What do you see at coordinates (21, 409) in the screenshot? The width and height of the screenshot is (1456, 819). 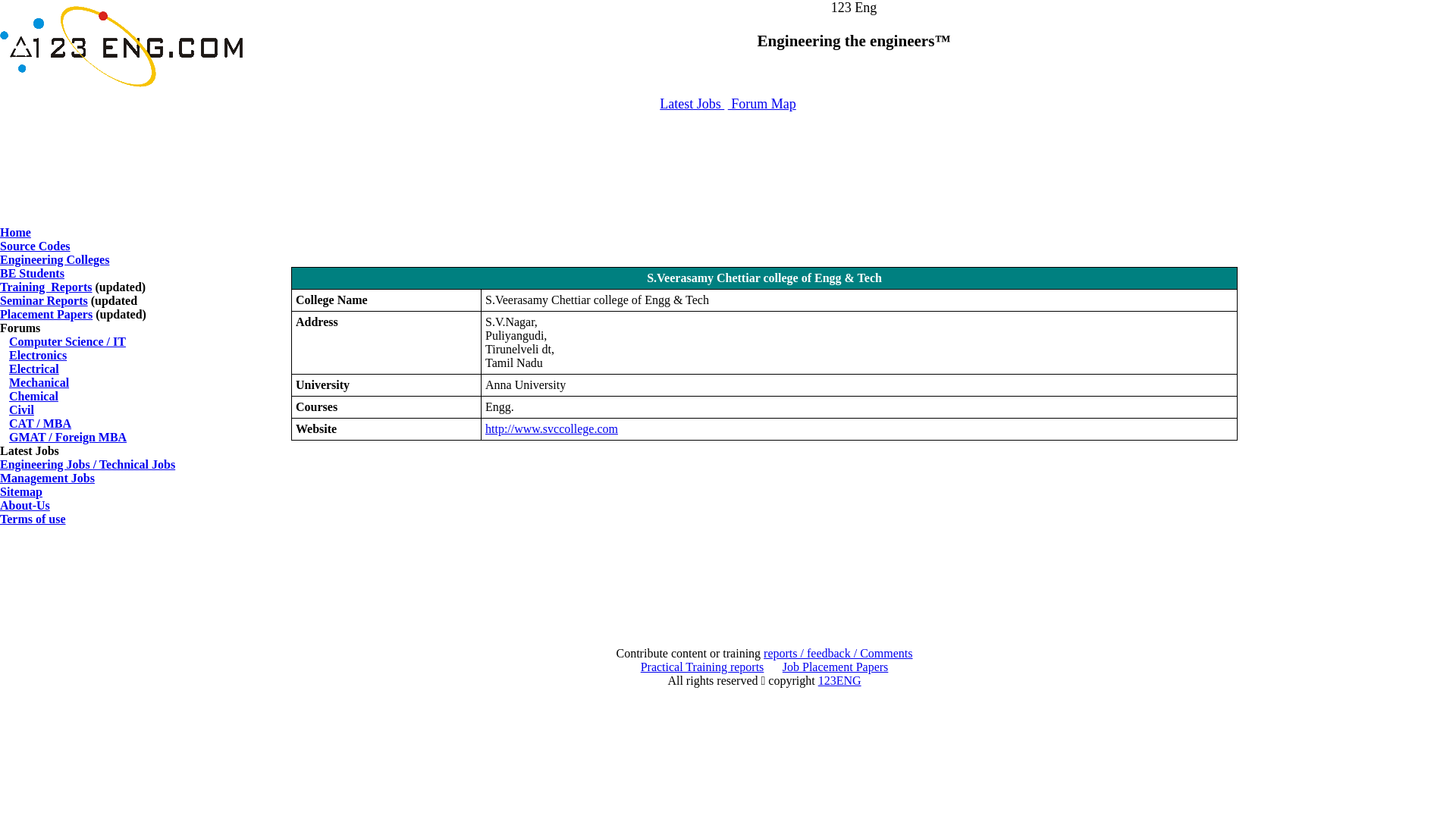 I see `'Civil'` at bounding box center [21, 409].